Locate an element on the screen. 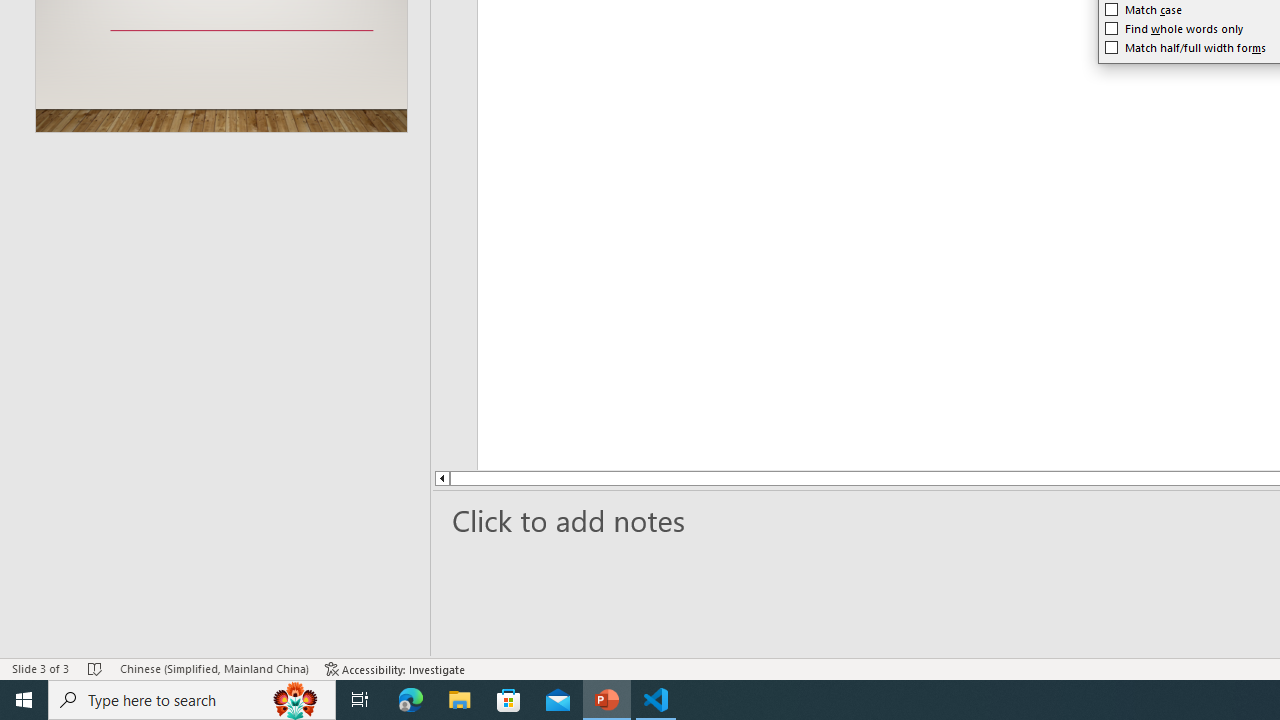  'PowerPoint - 1 running window' is located at coordinates (606, 698).